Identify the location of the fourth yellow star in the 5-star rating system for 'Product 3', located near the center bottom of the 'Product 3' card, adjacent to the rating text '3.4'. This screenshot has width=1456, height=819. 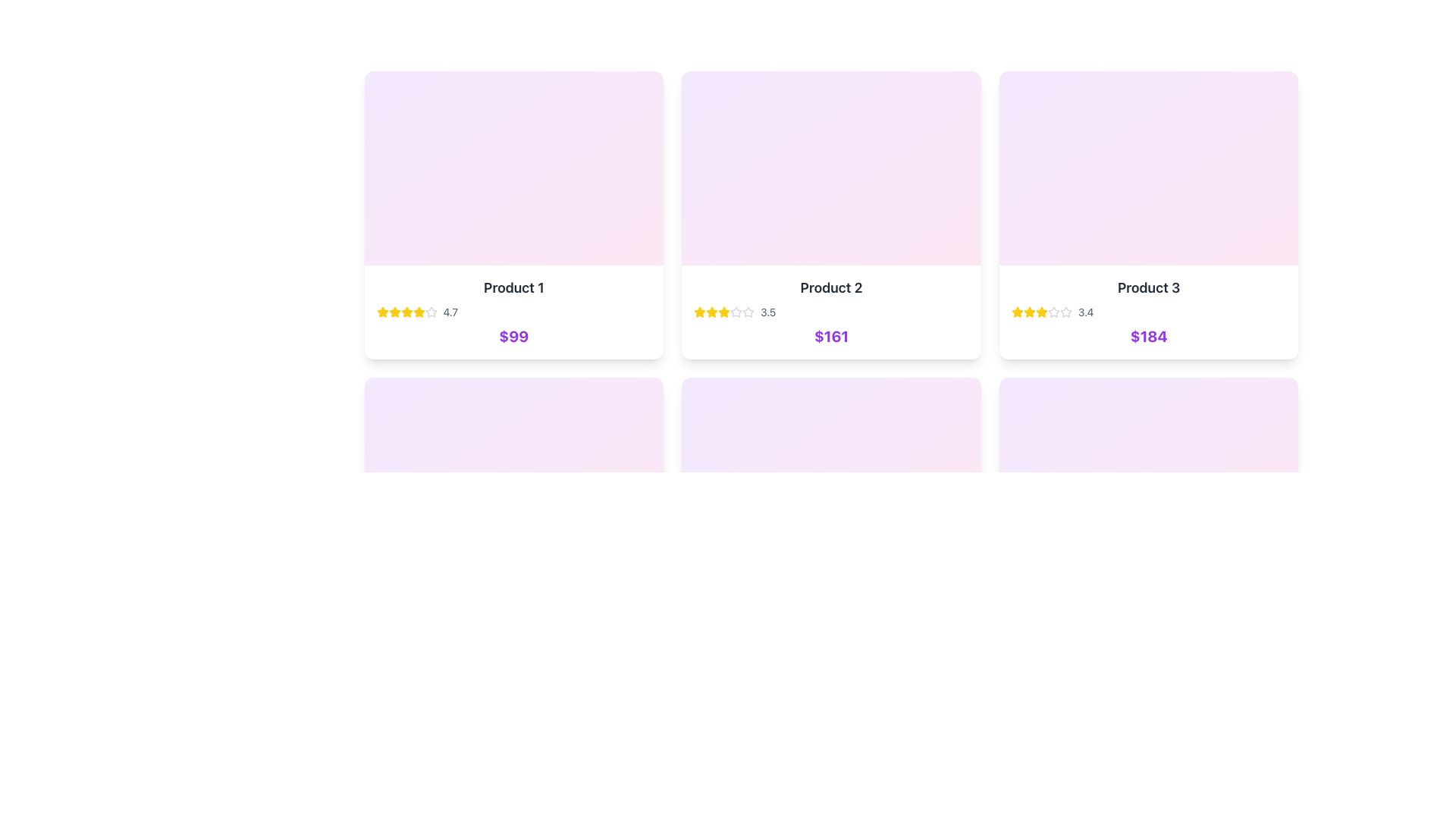
(1040, 312).